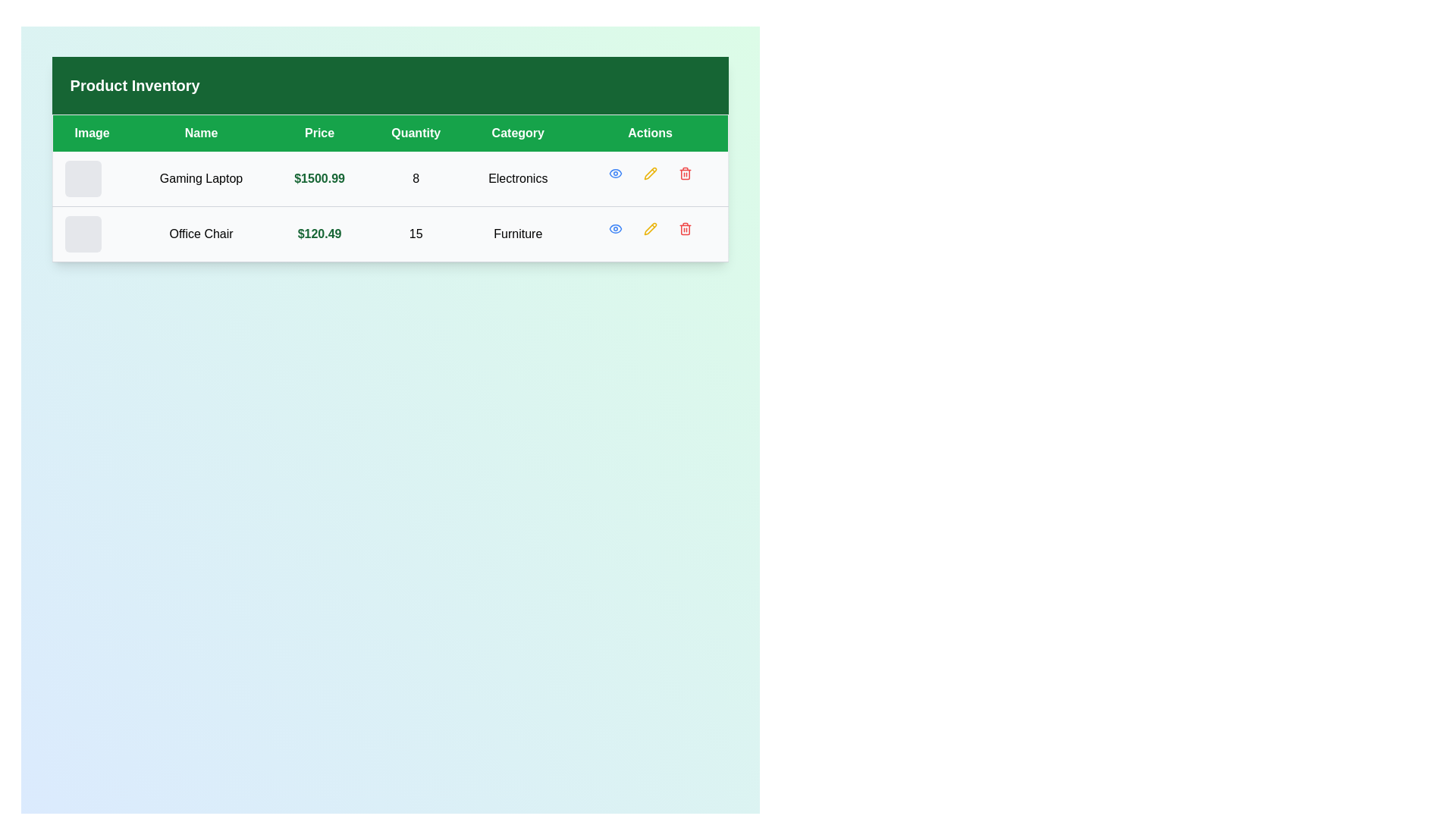  Describe the element at coordinates (650, 132) in the screenshot. I see `the sixth column header in the table that indicates the purpose of the last column containing action buttons` at that location.